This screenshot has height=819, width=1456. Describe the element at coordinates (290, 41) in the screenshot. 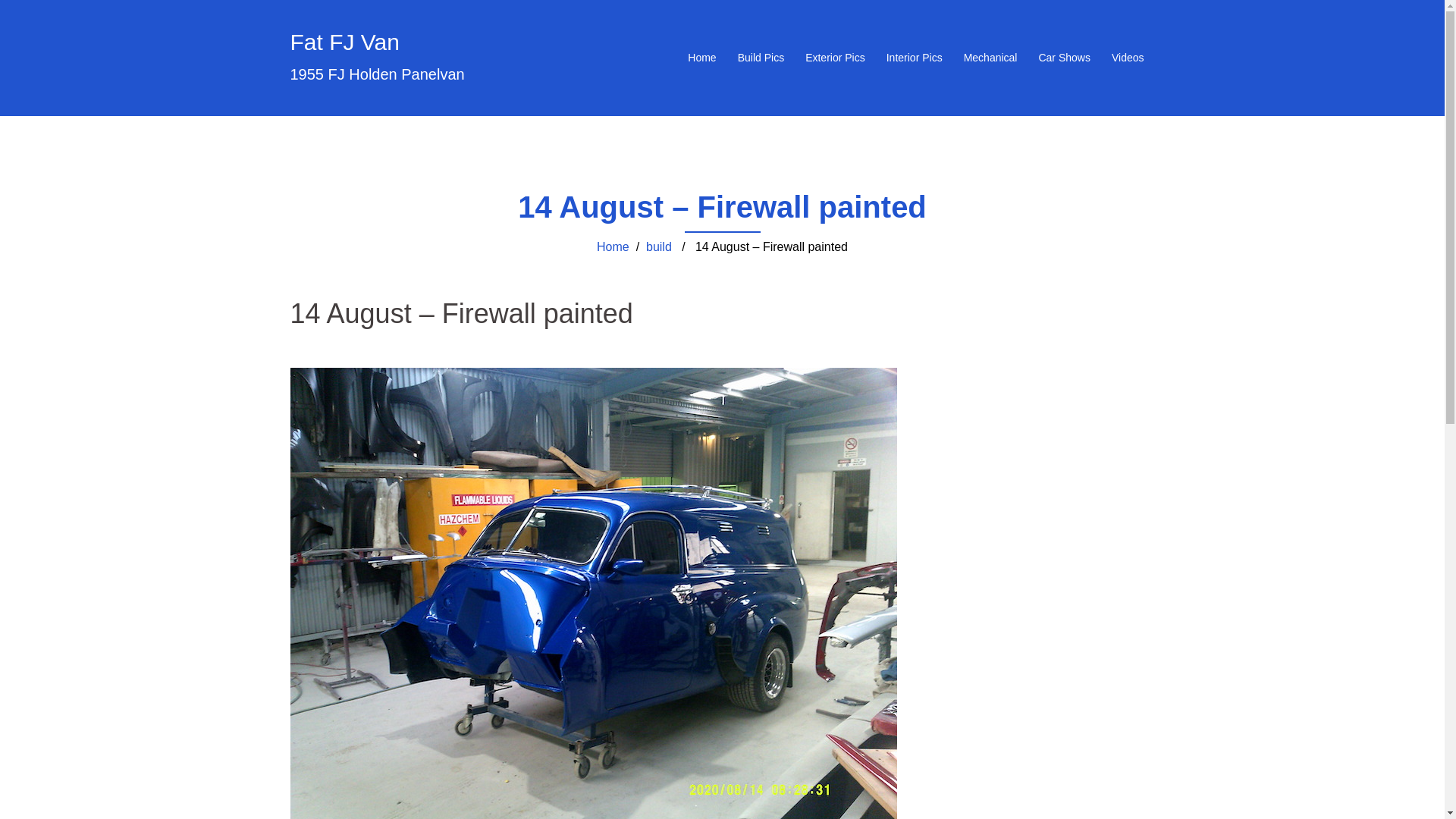

I see `'Fat FJ Van'` at that location.